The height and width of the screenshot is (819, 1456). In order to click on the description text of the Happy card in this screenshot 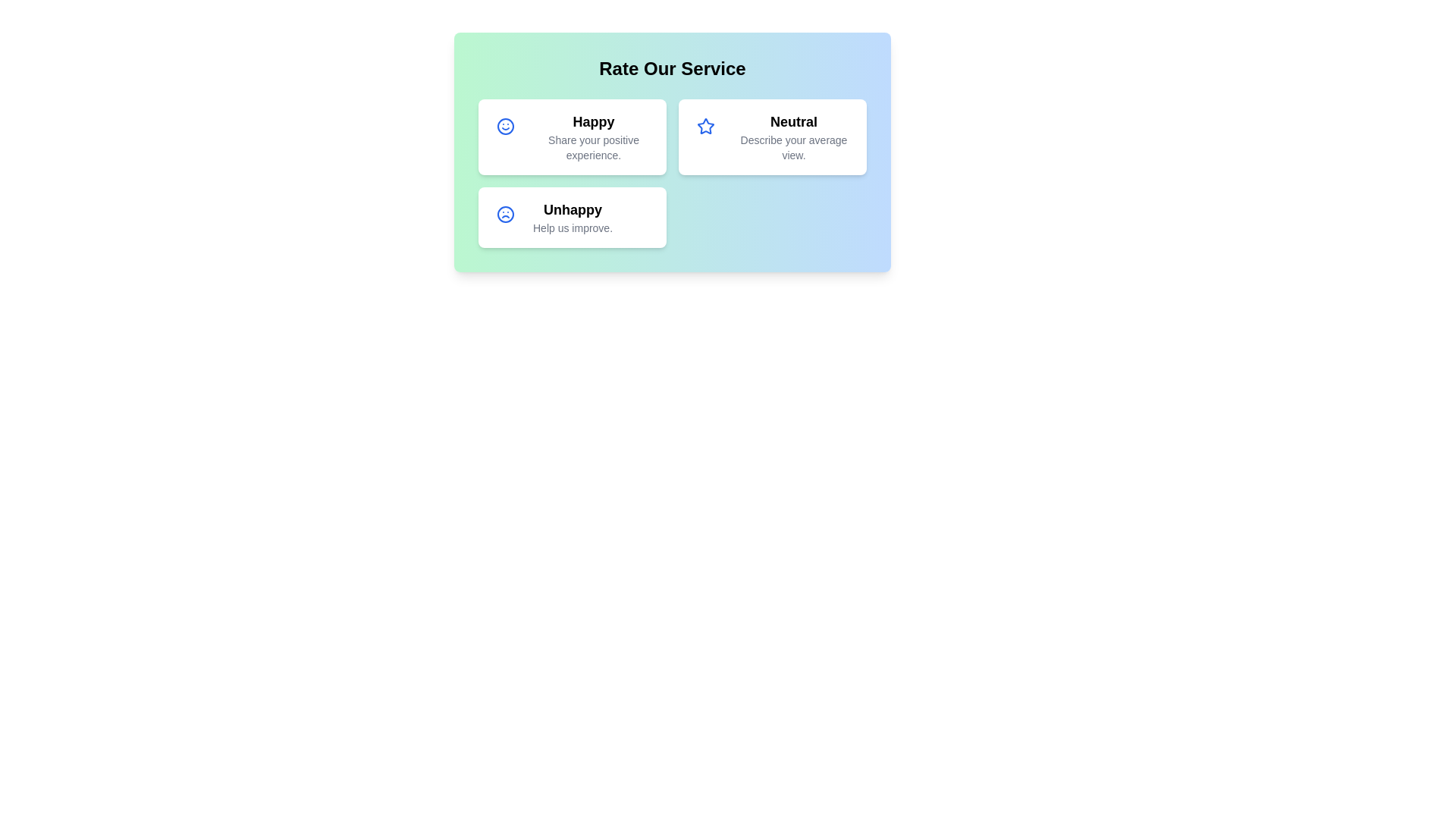, I will do `click(592, 148)`.